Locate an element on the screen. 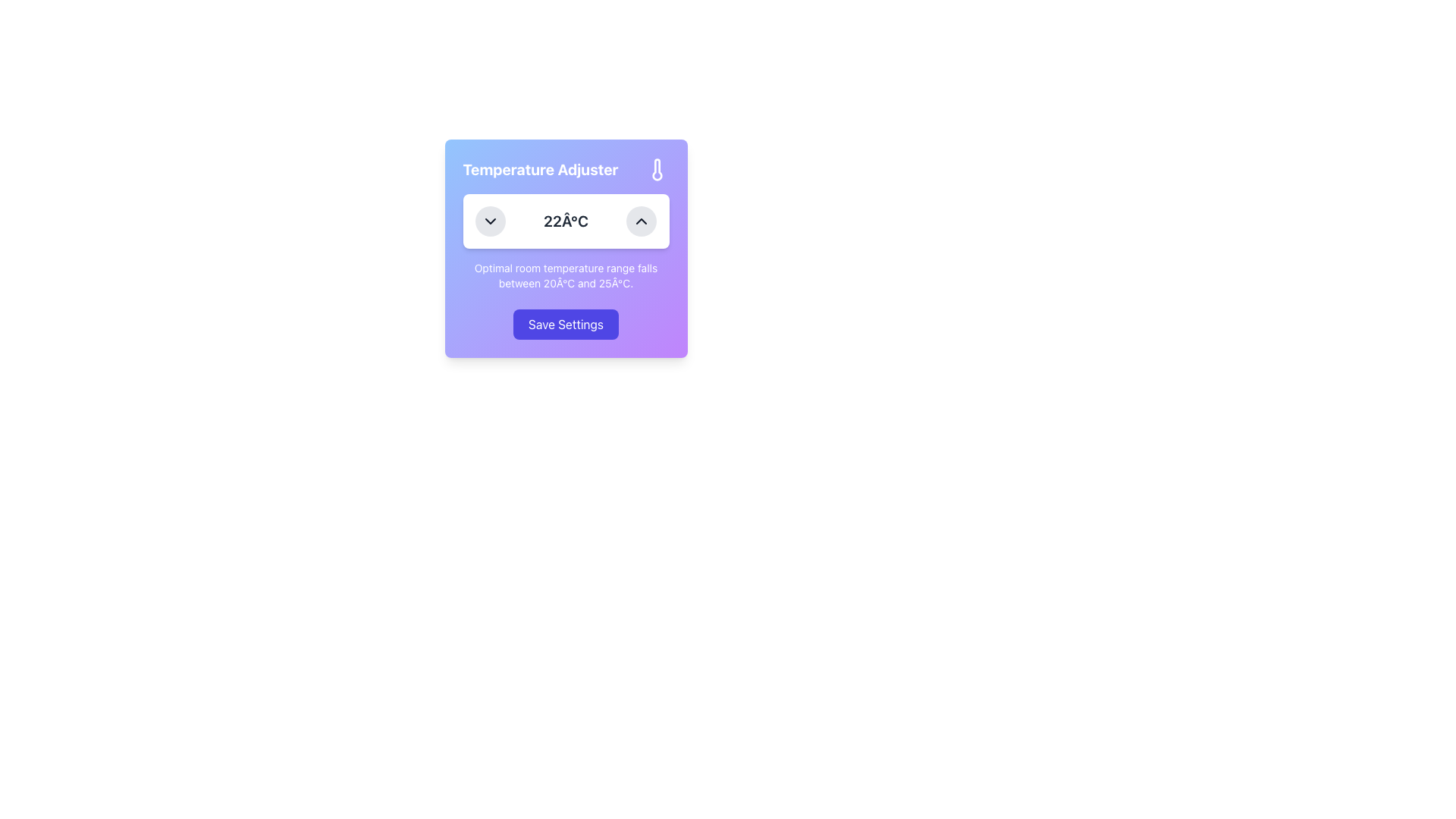 The width and height of the screenshot is (1456, 819). the leftmost decrement button located to the left of the temperature display '22°C' to lower the temperature value is located at coordinates (490, 221).